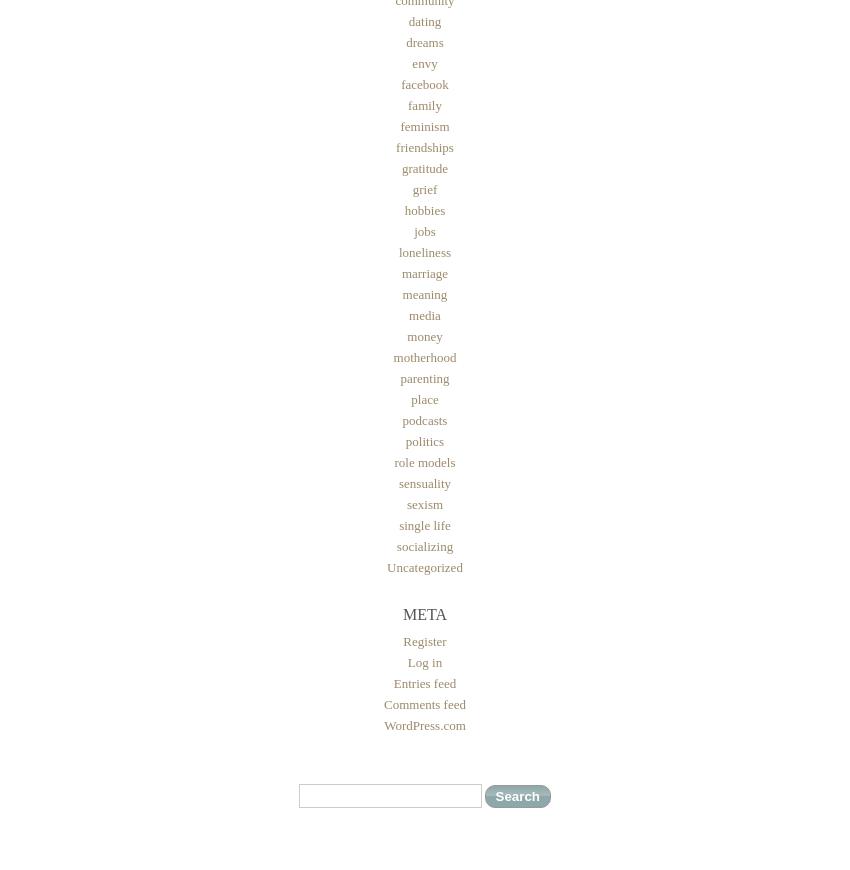  What do you see at coordinates (424, 231) in the screenshot?
I see `'jobs'` at bounding box center [424, 231].